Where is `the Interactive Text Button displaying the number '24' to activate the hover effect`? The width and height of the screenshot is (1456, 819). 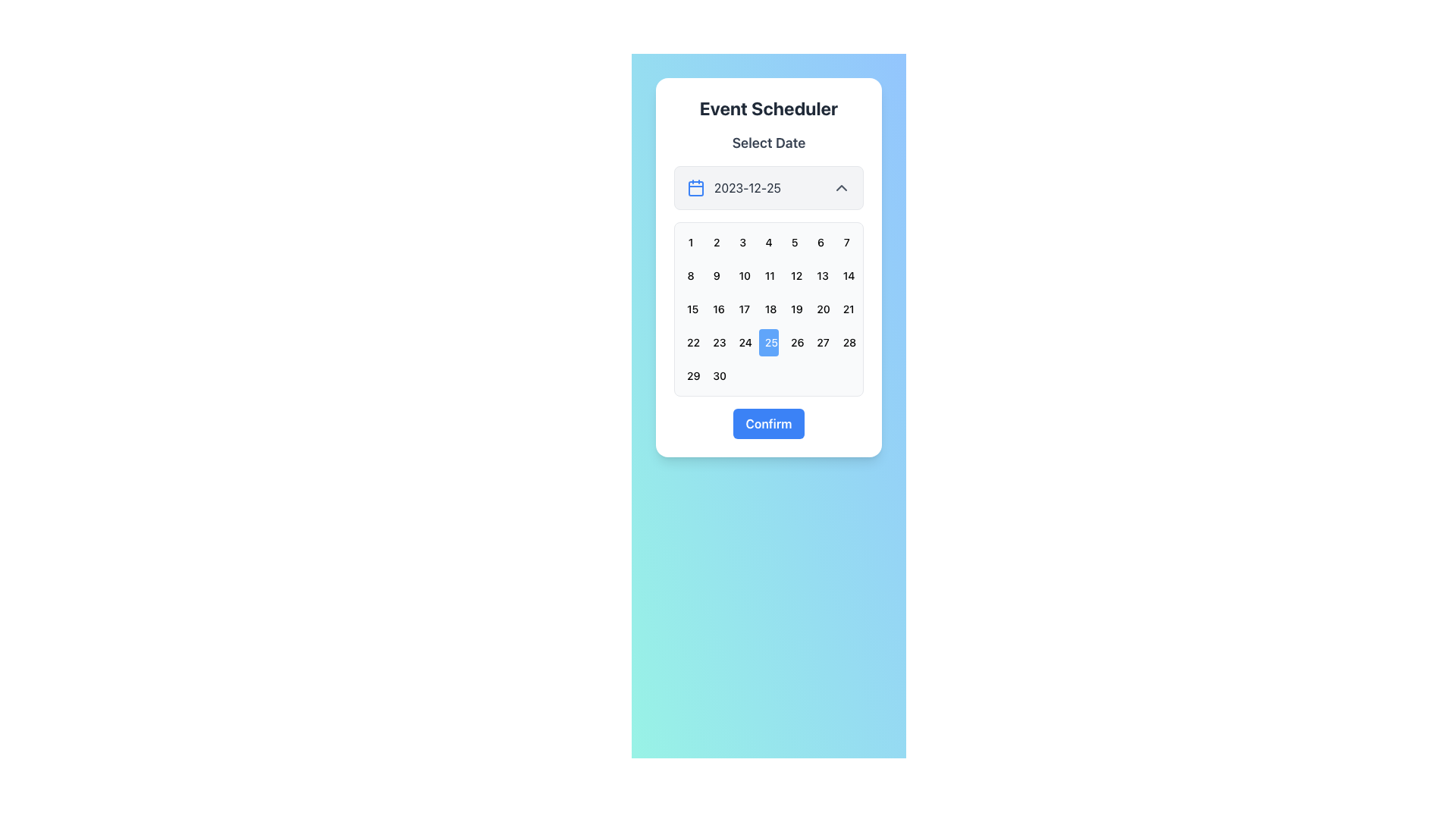
the Interactive Text Button displaying the number '24' to activate the hover effect is located at coordinates (742, 342).